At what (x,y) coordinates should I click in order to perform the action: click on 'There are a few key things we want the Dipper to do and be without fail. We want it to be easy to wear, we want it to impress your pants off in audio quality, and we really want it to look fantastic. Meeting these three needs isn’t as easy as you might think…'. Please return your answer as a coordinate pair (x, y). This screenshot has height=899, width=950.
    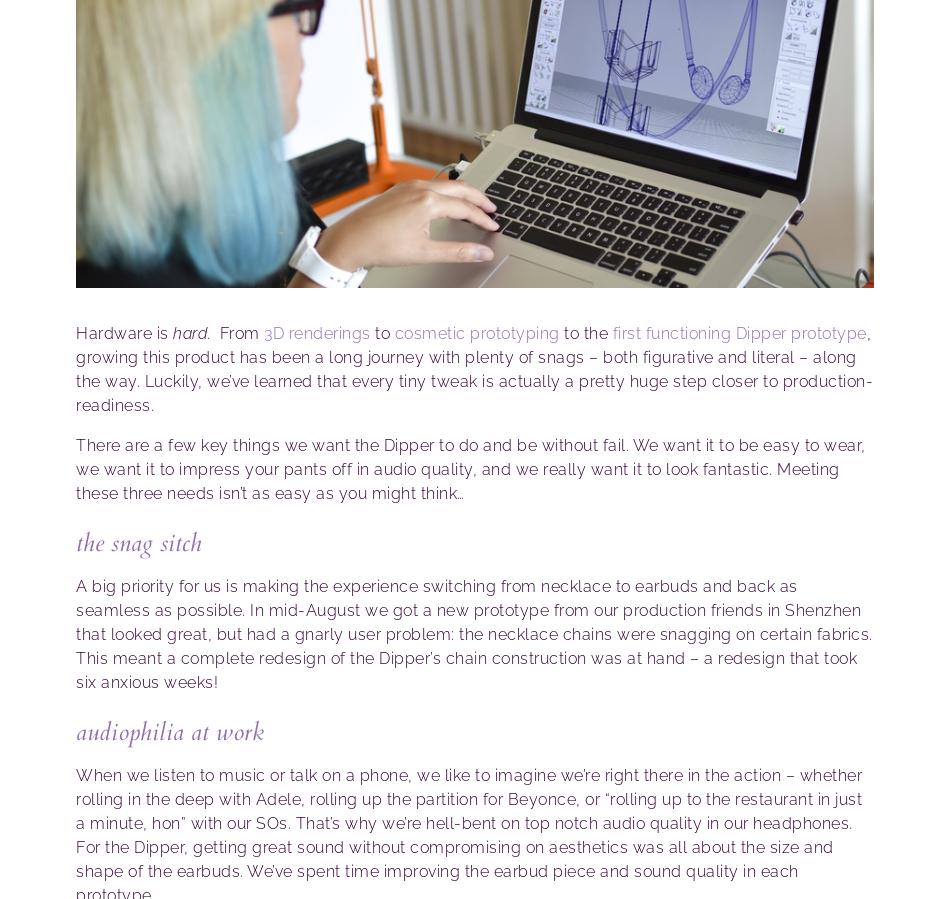
    Looking at the image, I should click on (469, 469).